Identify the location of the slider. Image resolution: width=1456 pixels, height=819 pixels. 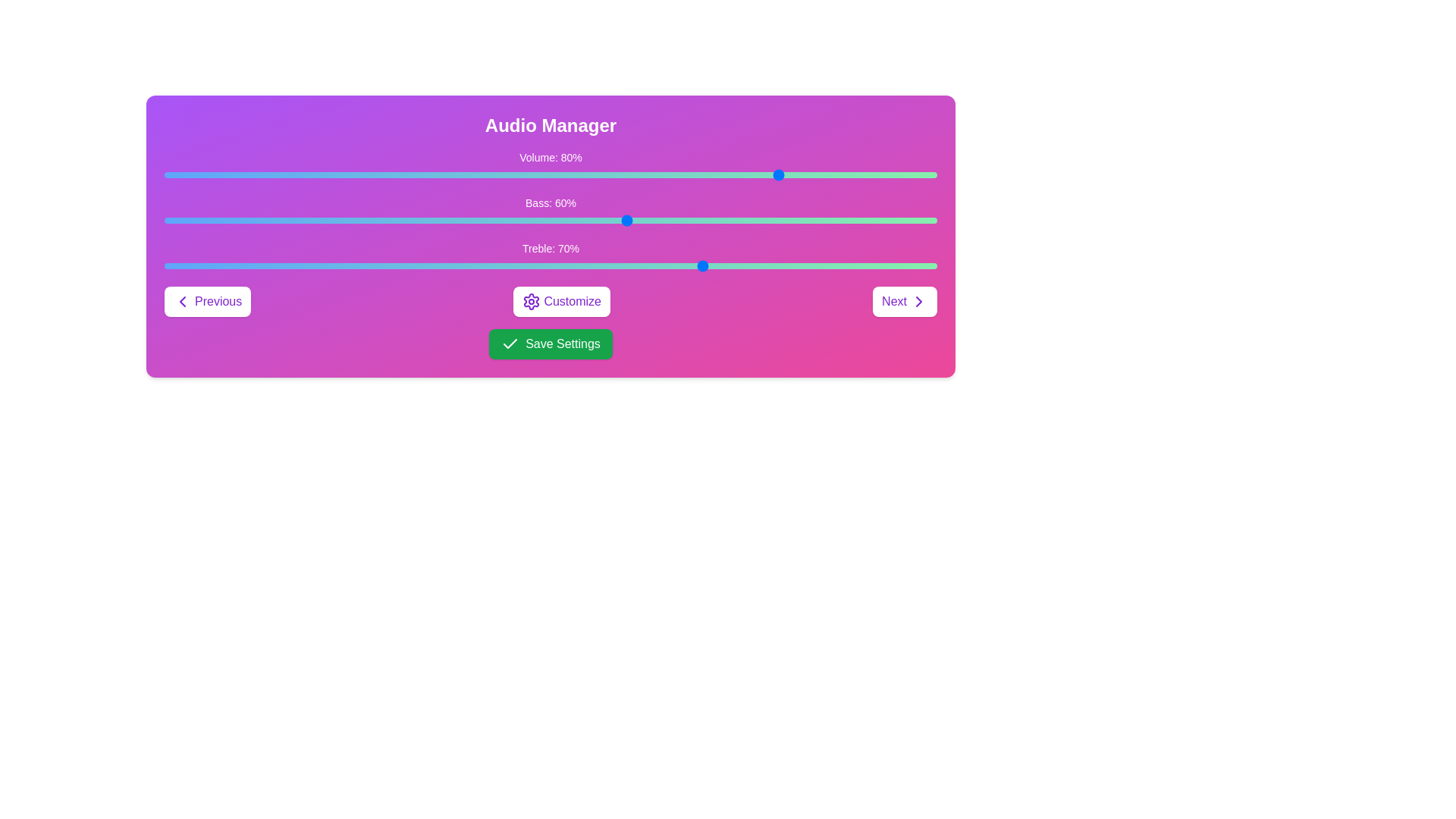
(349, 265).